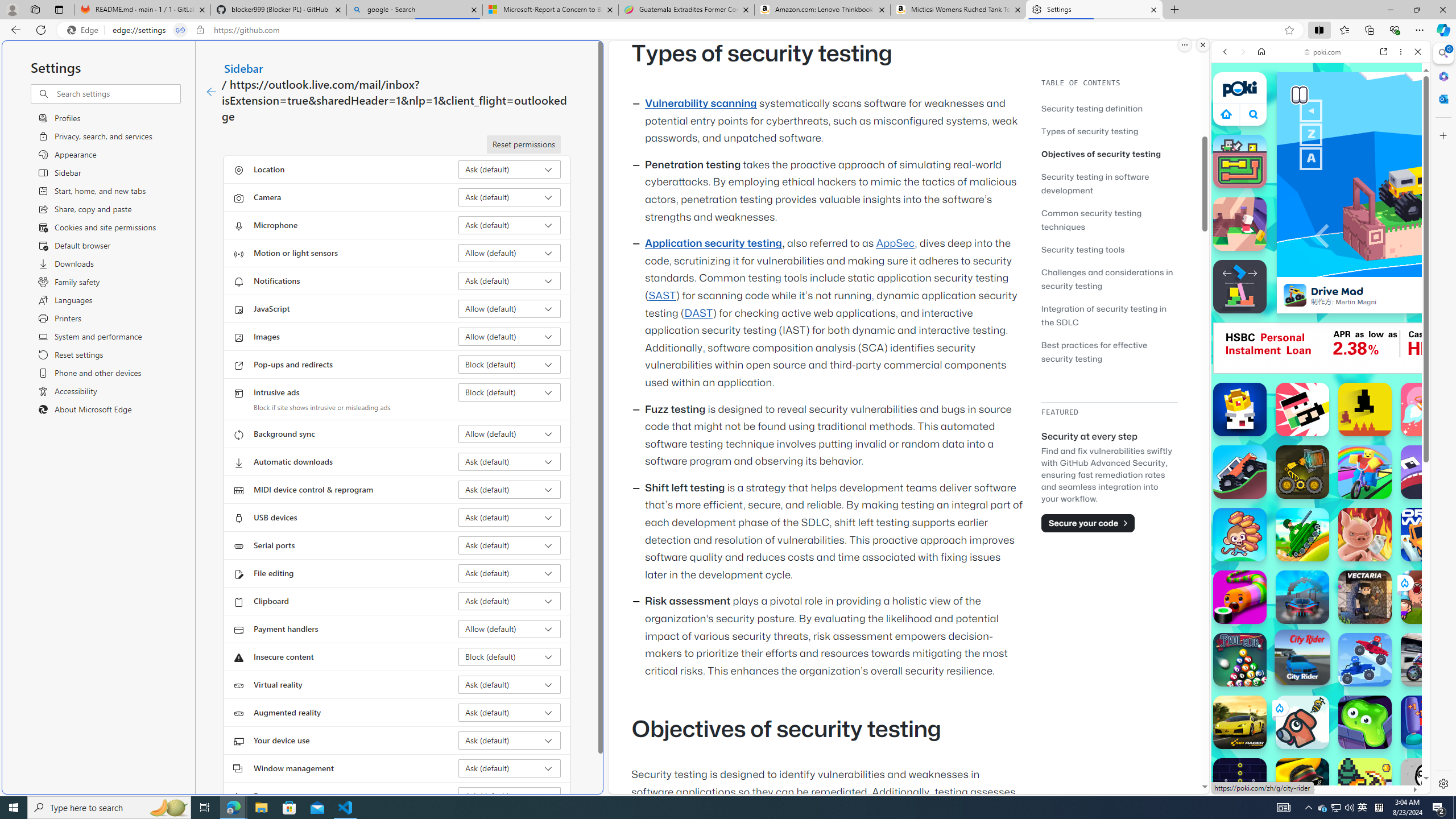  I want to click on 'Objectives of security testing', so click(1108, 153).